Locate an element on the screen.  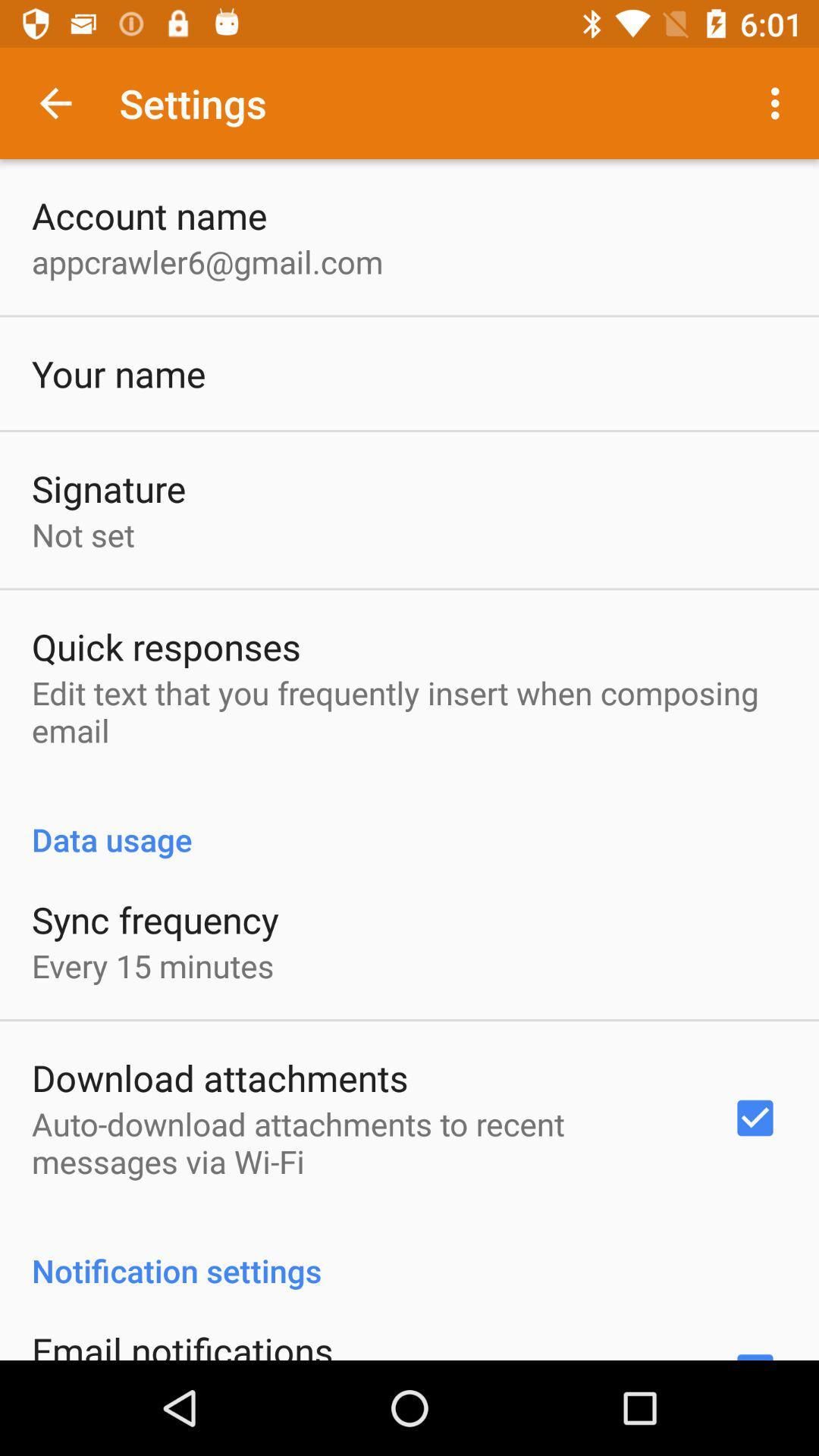
item above the appcrawler6@gmail.com app is located at coordinates (149, 215).